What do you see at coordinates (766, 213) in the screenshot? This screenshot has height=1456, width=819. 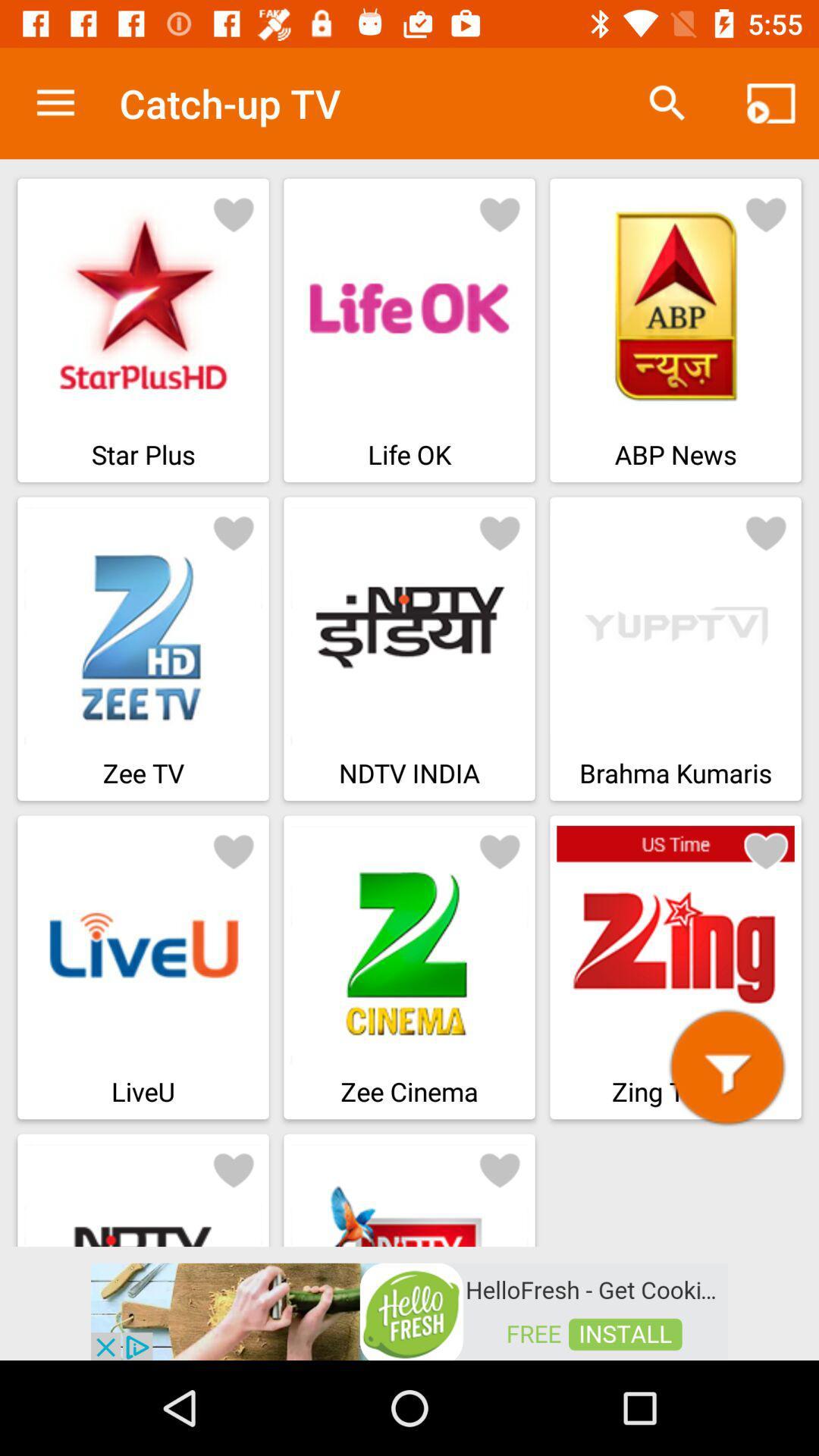 I see `good` at bounding box center [766, 213].